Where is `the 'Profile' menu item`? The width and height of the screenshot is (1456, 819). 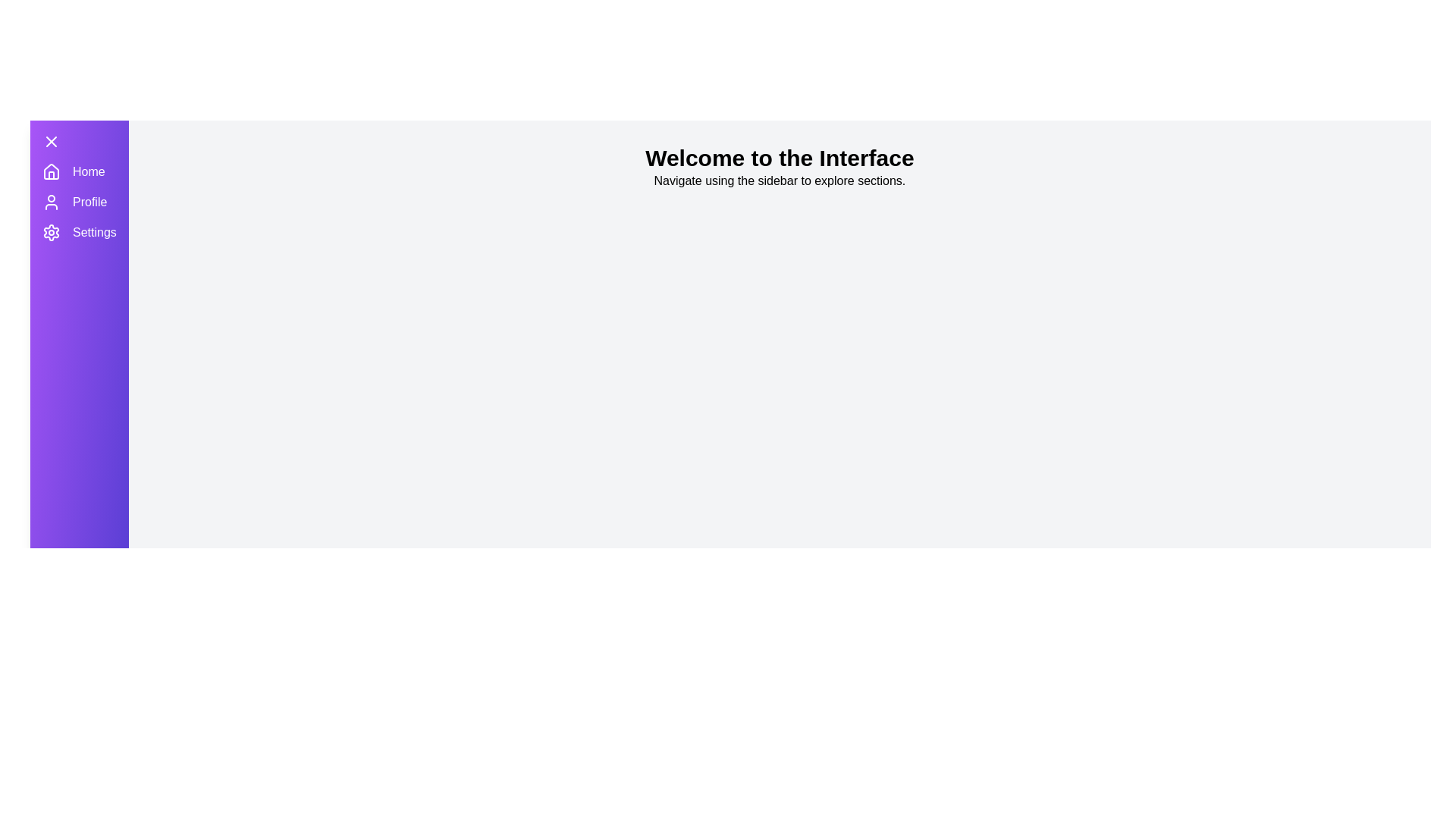 the 'Profile' menu item is located at coordinates (89, 201).